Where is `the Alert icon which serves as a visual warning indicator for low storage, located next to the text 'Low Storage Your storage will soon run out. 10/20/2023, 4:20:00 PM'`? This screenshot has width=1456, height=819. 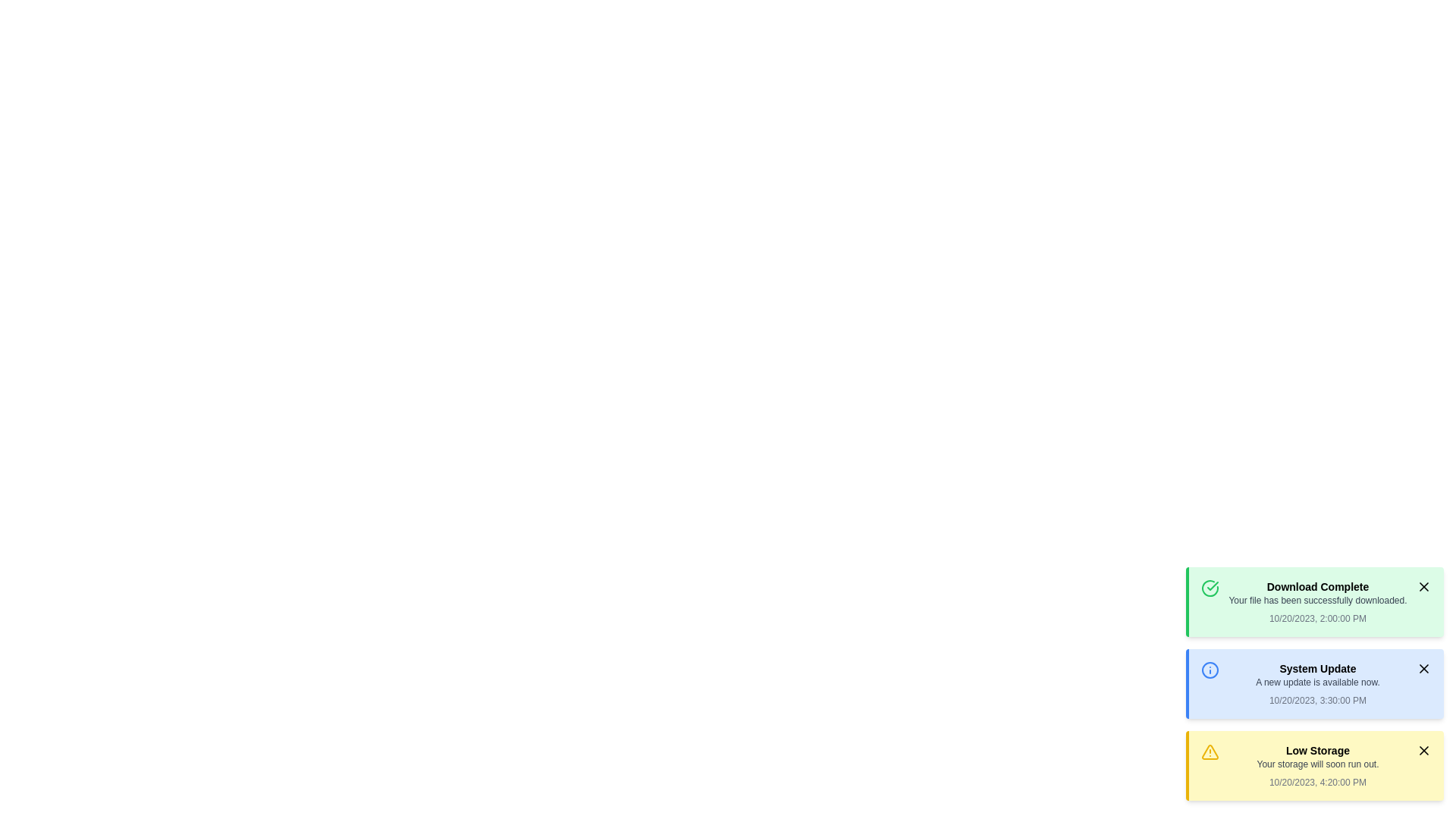
the Alert icon which serves as a visual warning indicator for low storage, located next to the text 'Low Storage Your storage will soon run out. 10/20/2023, 4:20:00 PM' is located at coordinates (1210, 752).